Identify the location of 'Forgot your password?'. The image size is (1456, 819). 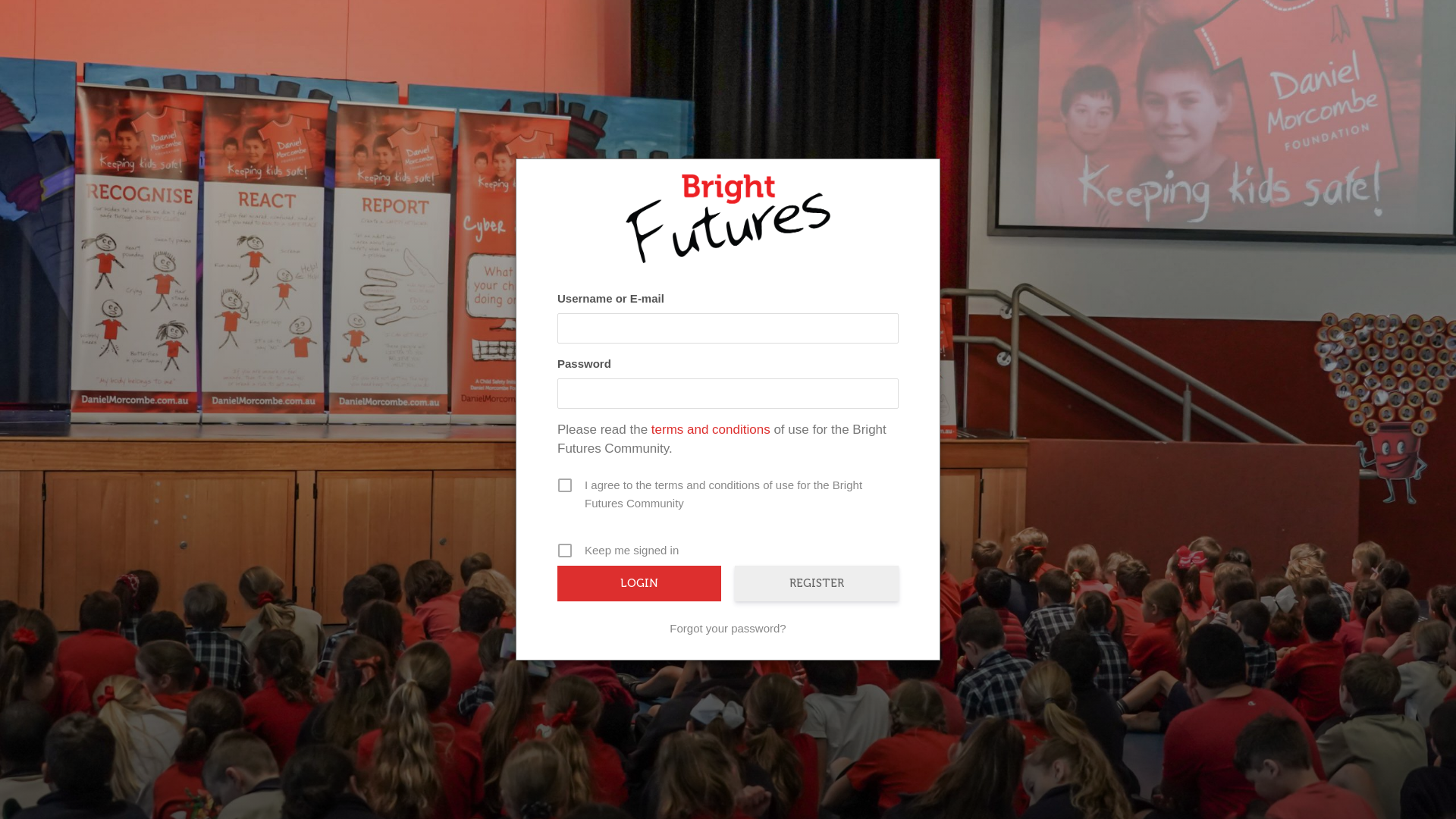
(728, 629).